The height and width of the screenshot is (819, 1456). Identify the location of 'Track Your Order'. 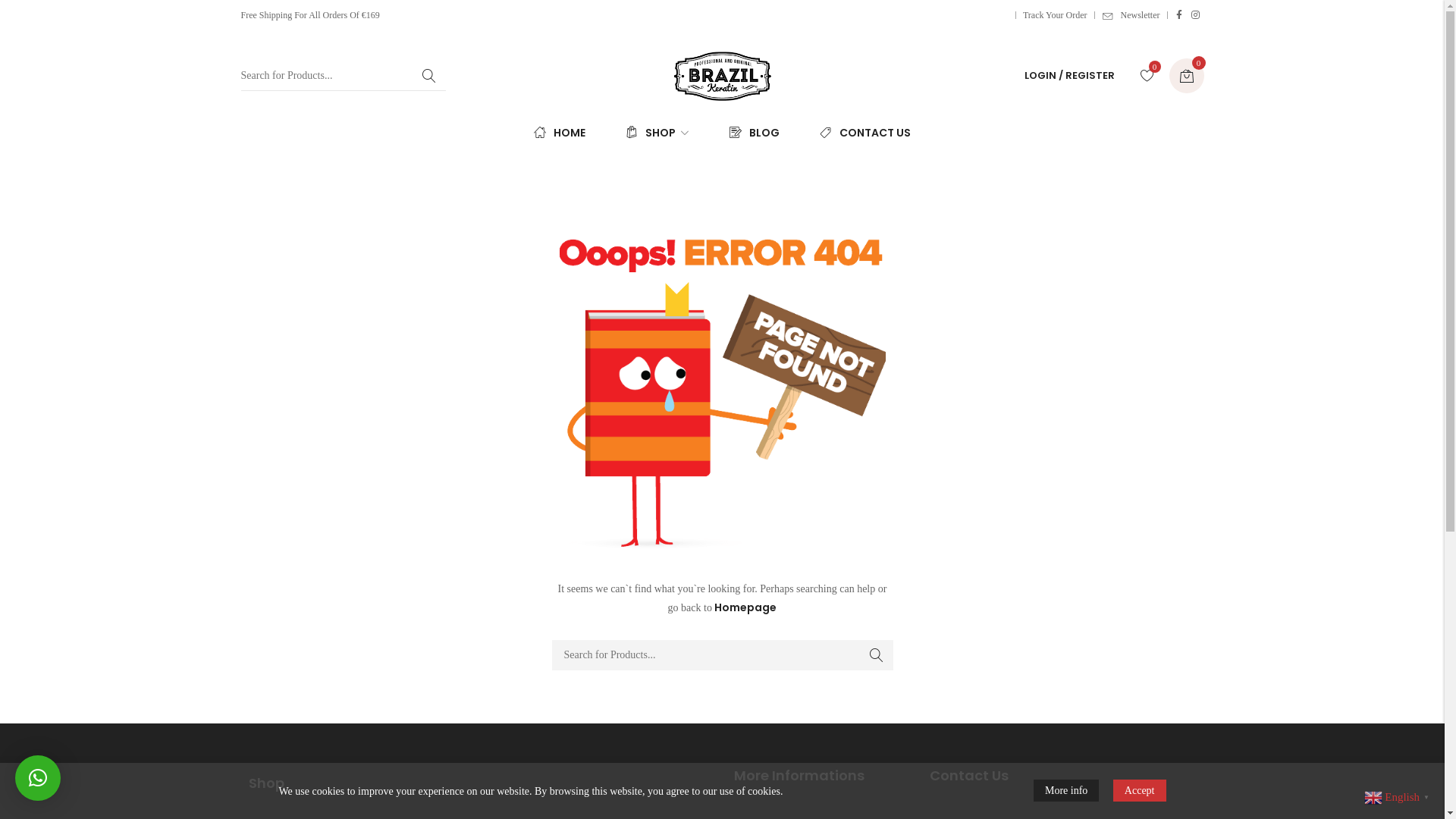
(1054, 14).